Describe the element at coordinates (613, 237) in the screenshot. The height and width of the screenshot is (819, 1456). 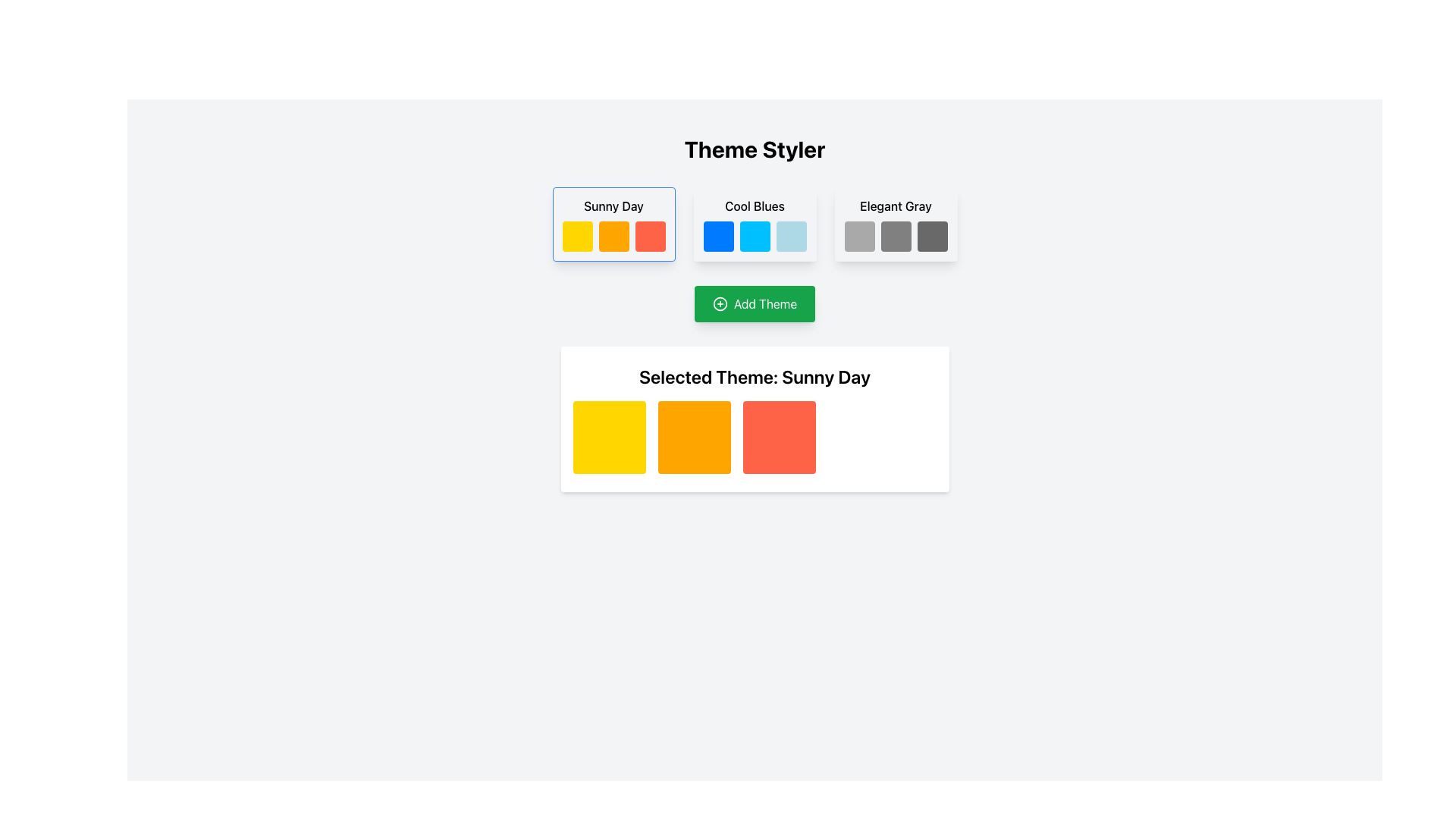
I see `the second color box in the 'Sunny Day' theme, which represents a middle-tier color option` at that location.